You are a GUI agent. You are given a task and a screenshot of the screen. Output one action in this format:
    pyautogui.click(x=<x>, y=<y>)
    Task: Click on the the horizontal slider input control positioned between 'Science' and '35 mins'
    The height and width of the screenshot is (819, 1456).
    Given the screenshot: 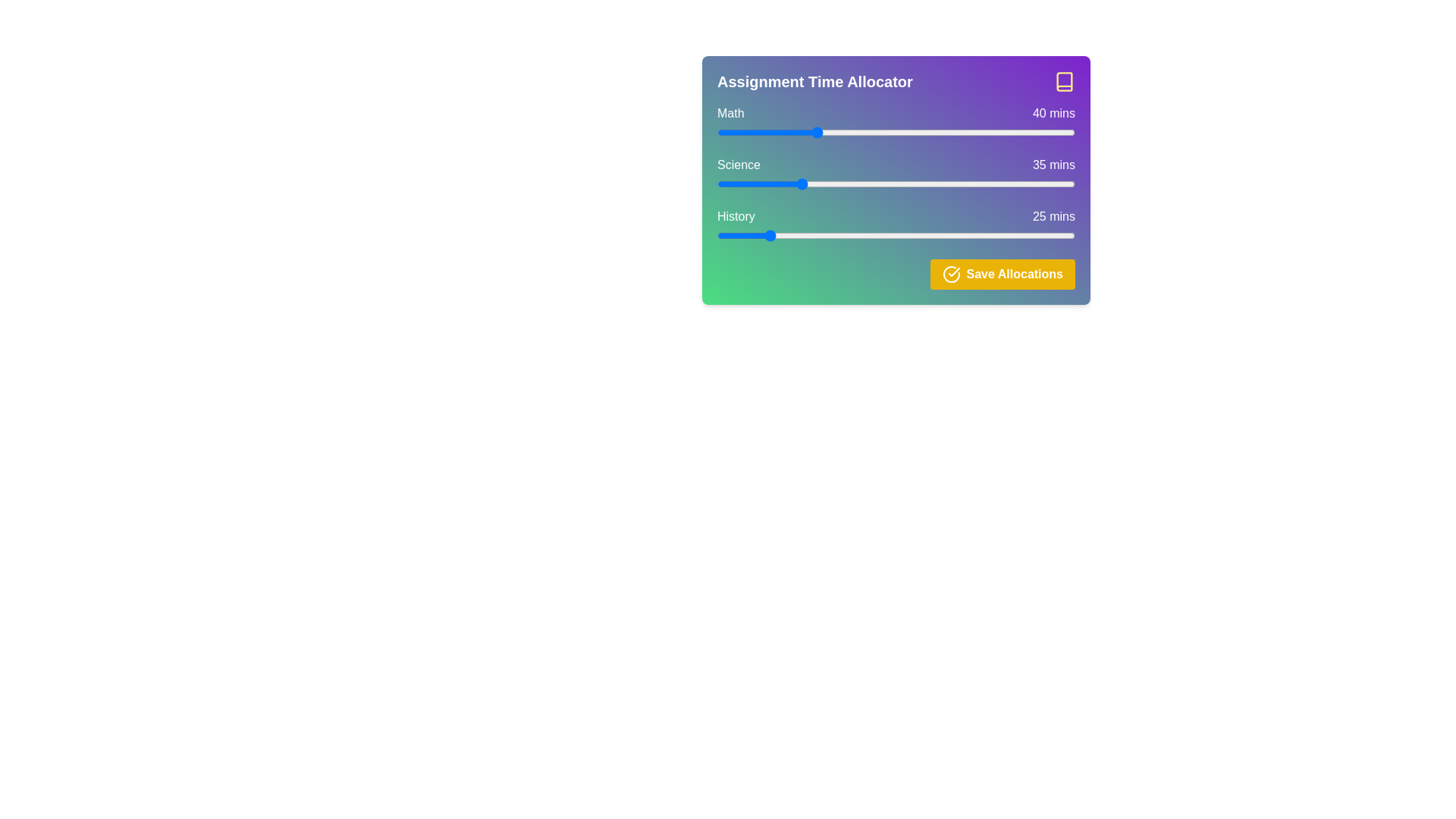 What is the action you would take?
    pyautogui.click(x=896, y=174)
    